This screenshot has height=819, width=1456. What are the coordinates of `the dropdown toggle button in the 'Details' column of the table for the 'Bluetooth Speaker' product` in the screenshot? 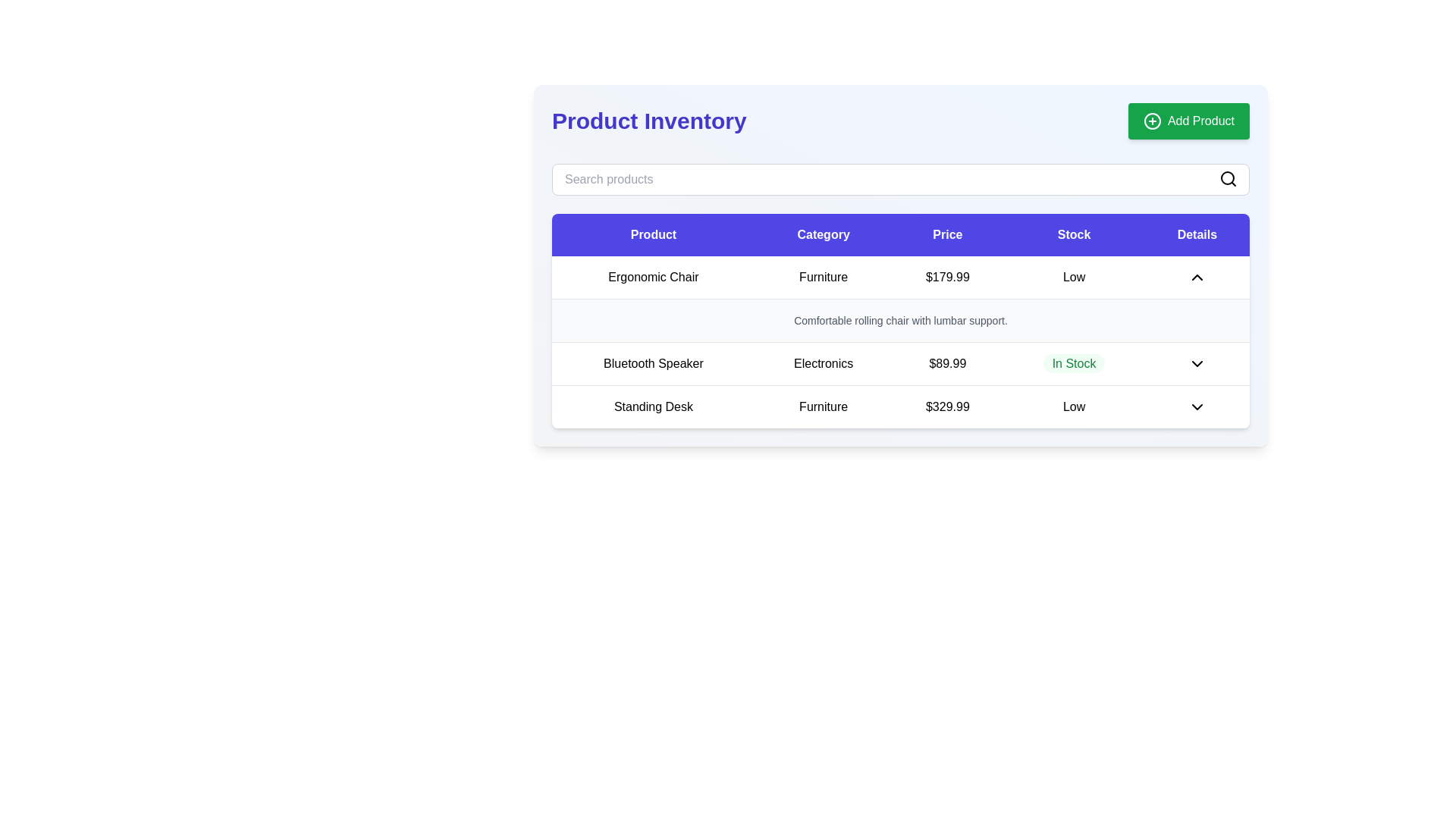 It's located at (1196, 363).